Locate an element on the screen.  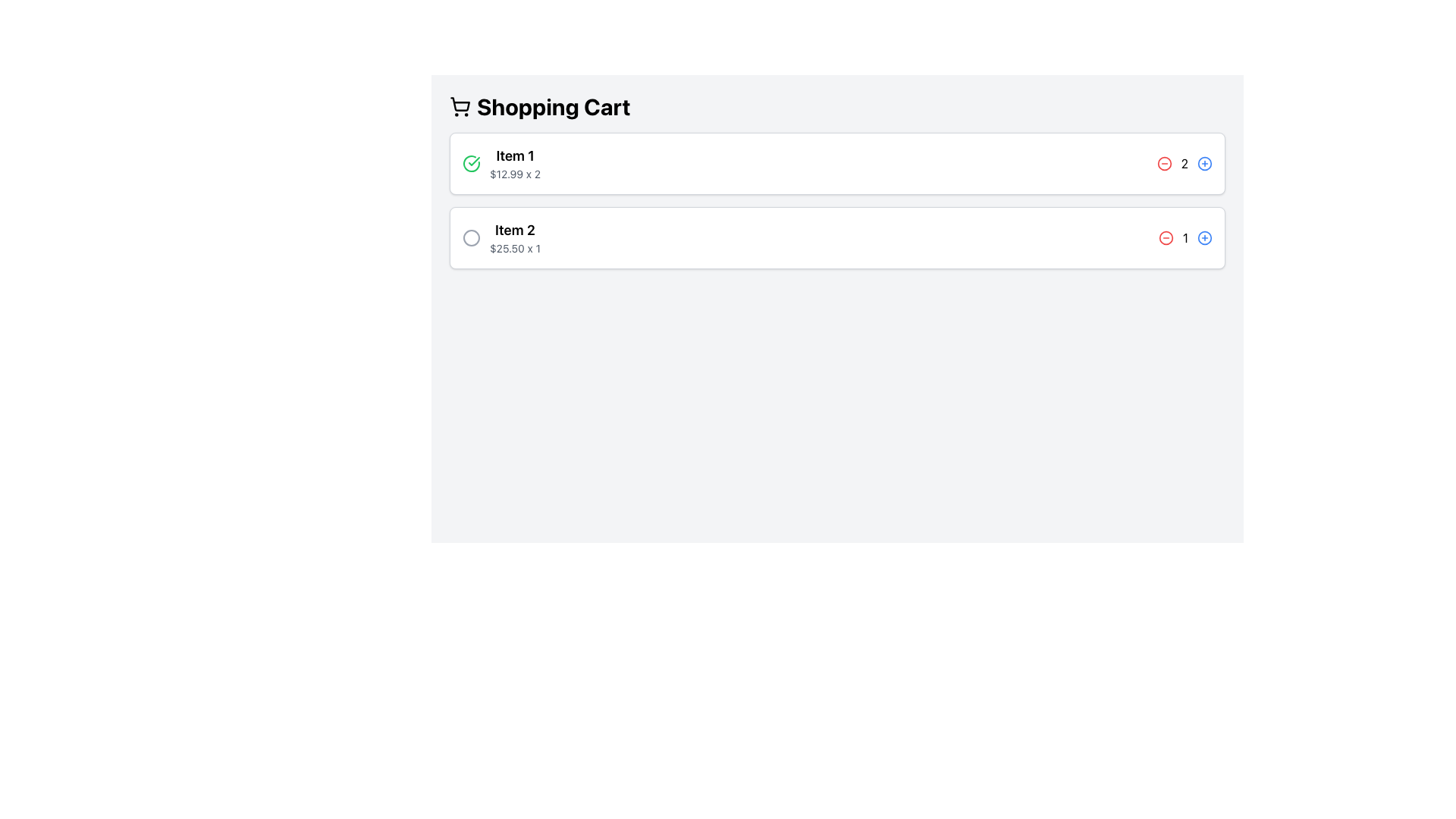
the Text block displaying 'Item 2' with price '$25.50 x 1', which is the second item in the shopping cart interface is located at coordinates (515, 237).